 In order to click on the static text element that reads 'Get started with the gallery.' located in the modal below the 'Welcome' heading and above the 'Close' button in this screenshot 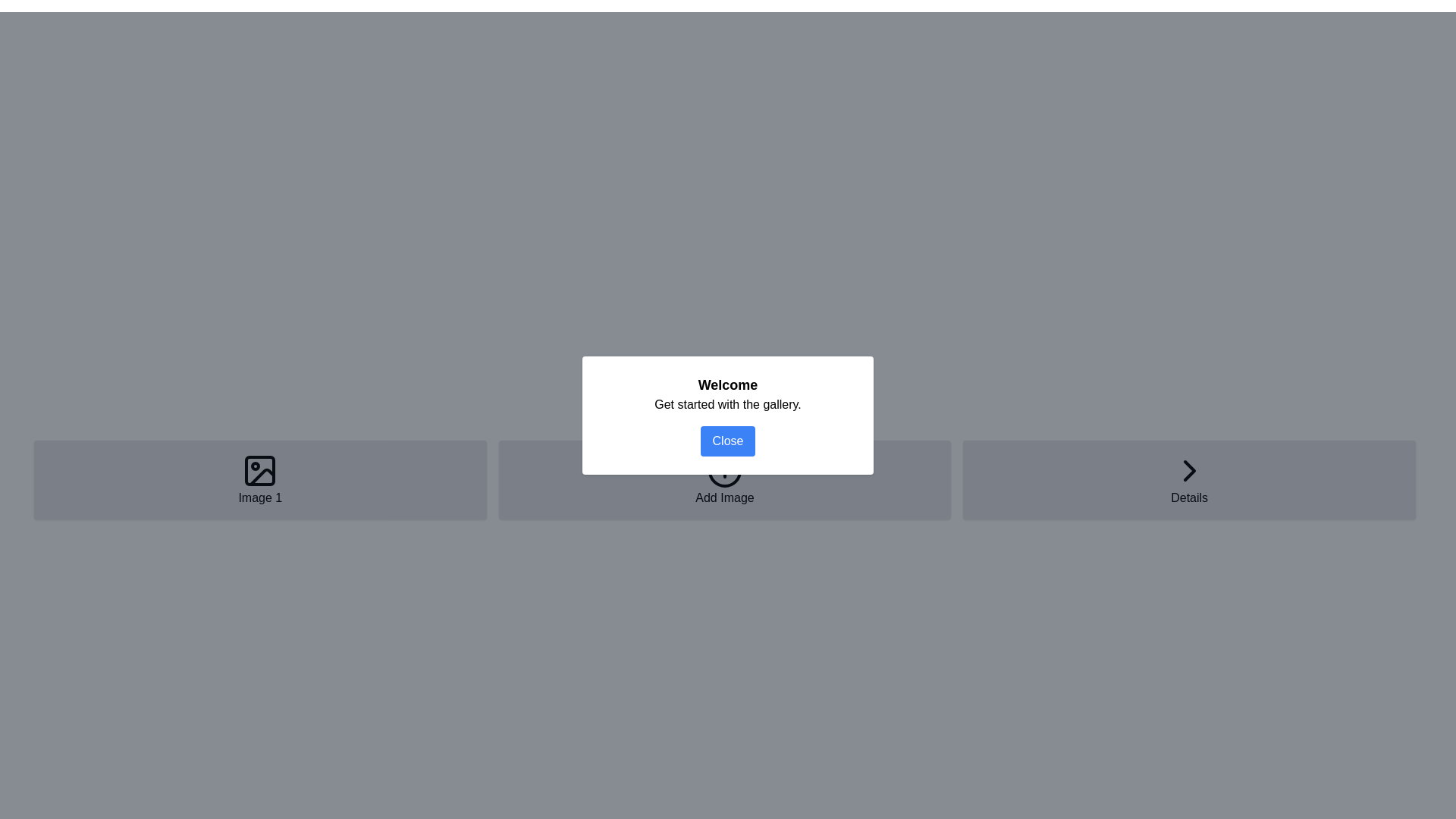, I will do `click(728, 403)`.